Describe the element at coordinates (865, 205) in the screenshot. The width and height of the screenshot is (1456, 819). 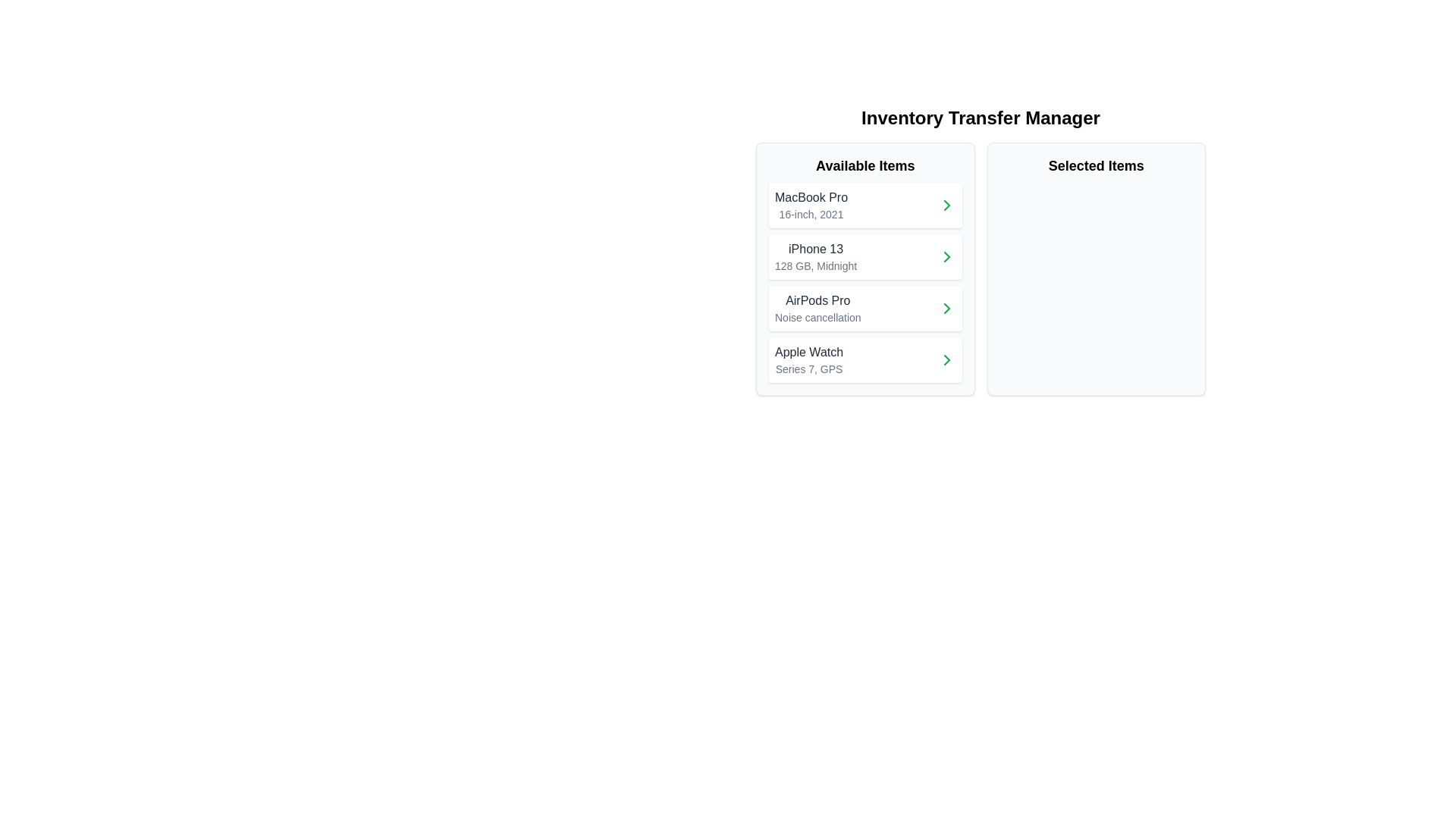
I see `the chevron on the 'MacBook Pro' product card located at the top of the 'Available Items' section` at that location.